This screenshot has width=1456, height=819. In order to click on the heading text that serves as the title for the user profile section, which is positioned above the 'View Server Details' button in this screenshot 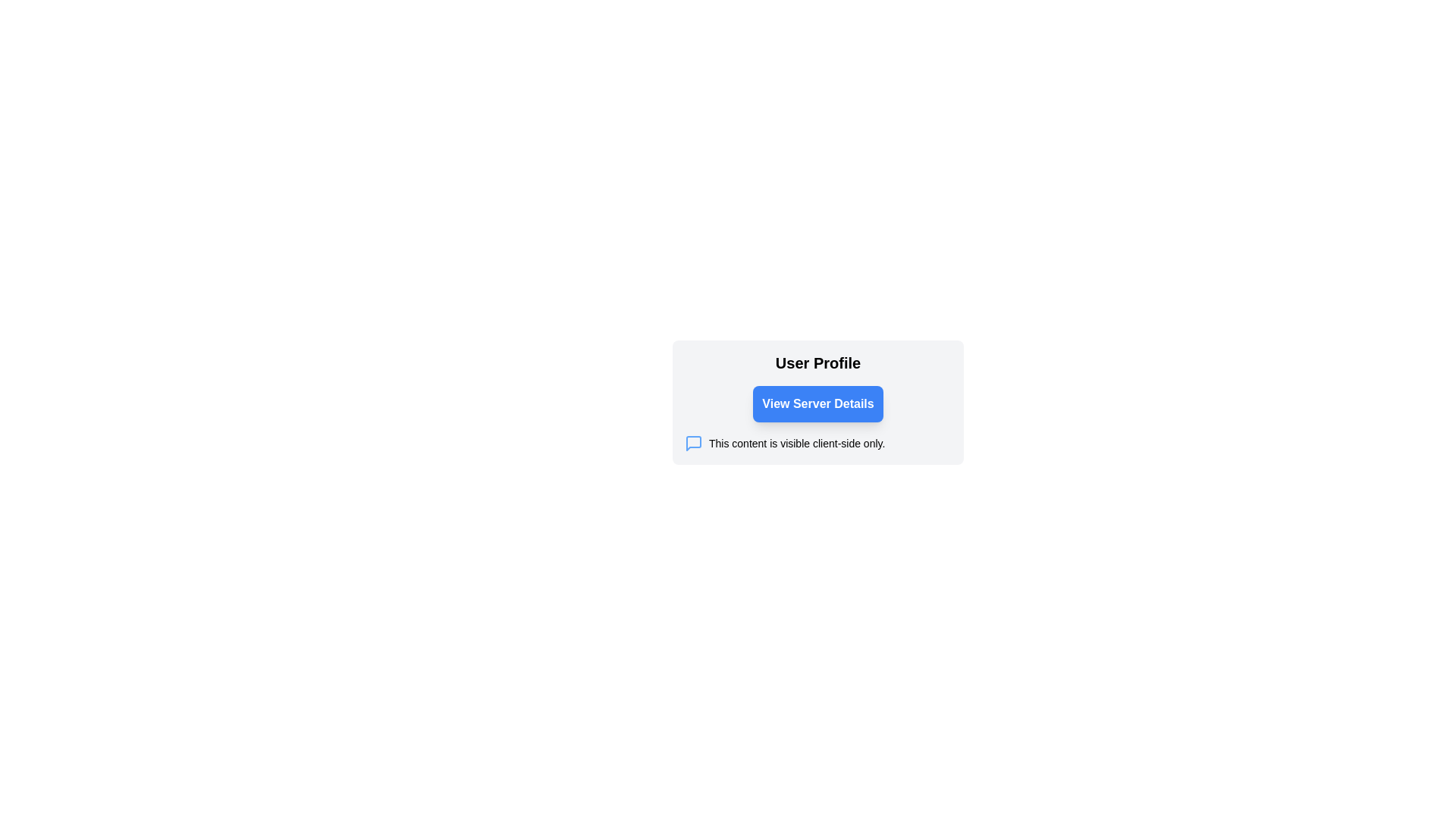, I will do `click(817, 362)`.